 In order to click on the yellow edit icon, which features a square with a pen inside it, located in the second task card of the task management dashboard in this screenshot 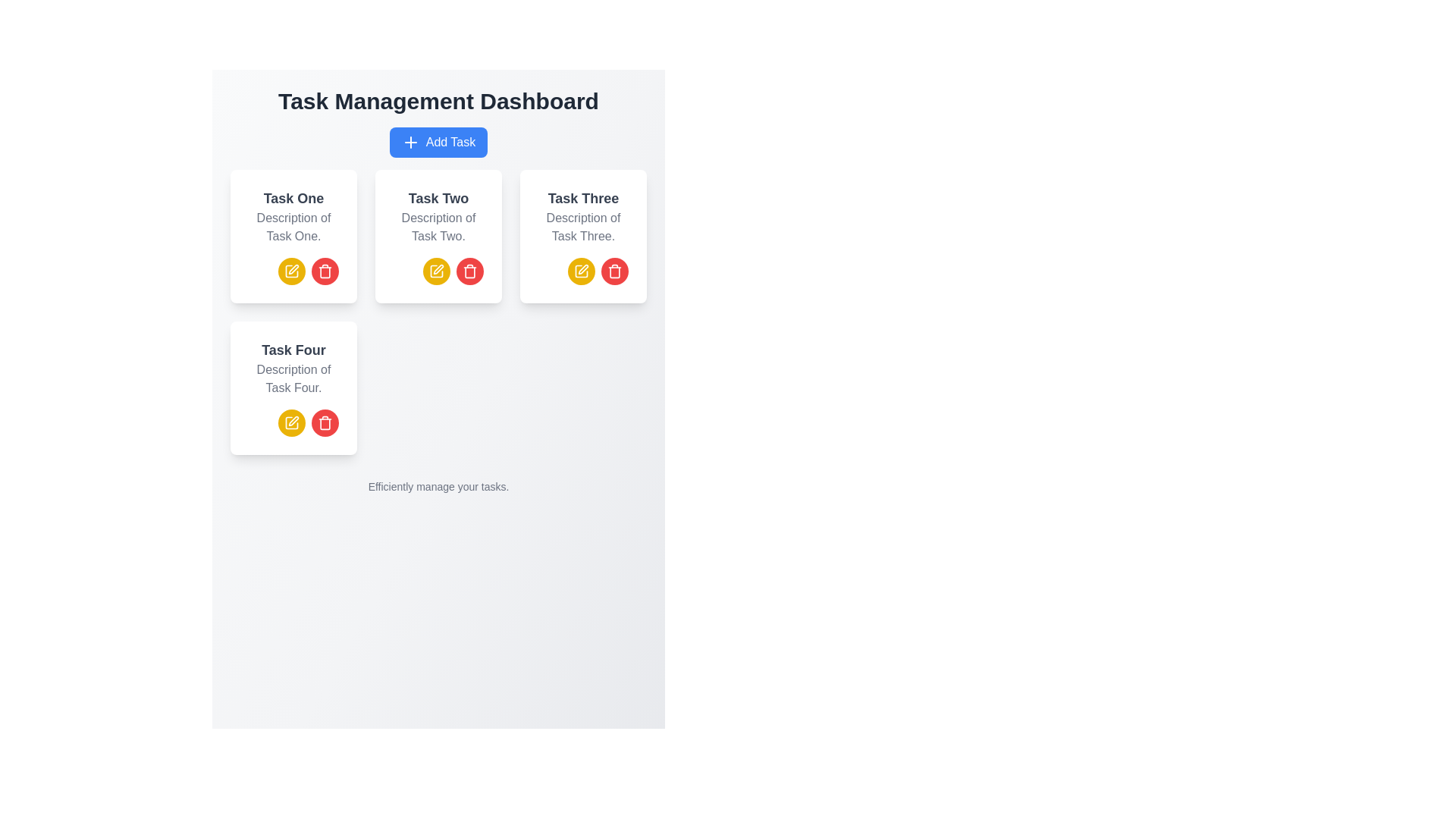, I will do `click(436, 271)`.